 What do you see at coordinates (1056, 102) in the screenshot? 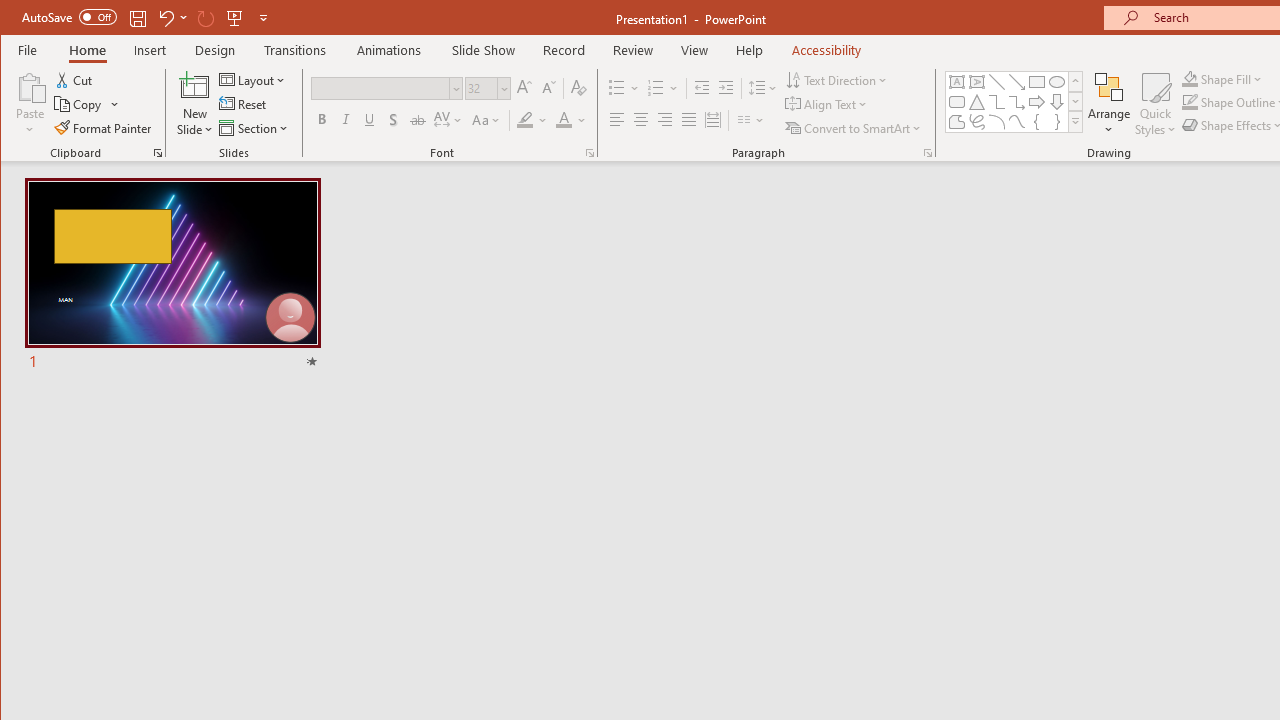
I see `'Arrow: Down'` at bounding box center [1056, 102].